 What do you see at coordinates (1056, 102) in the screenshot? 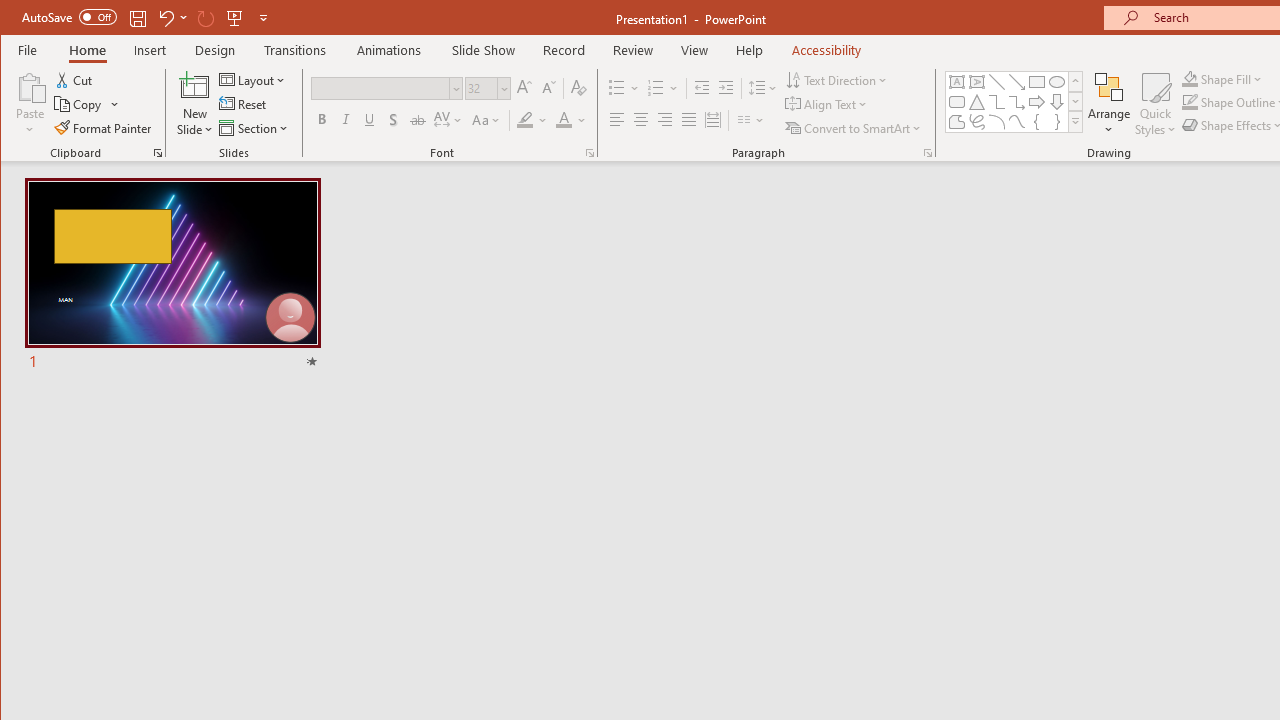
I see `'Arrow: Down'` at bounding box center [1056, 102].